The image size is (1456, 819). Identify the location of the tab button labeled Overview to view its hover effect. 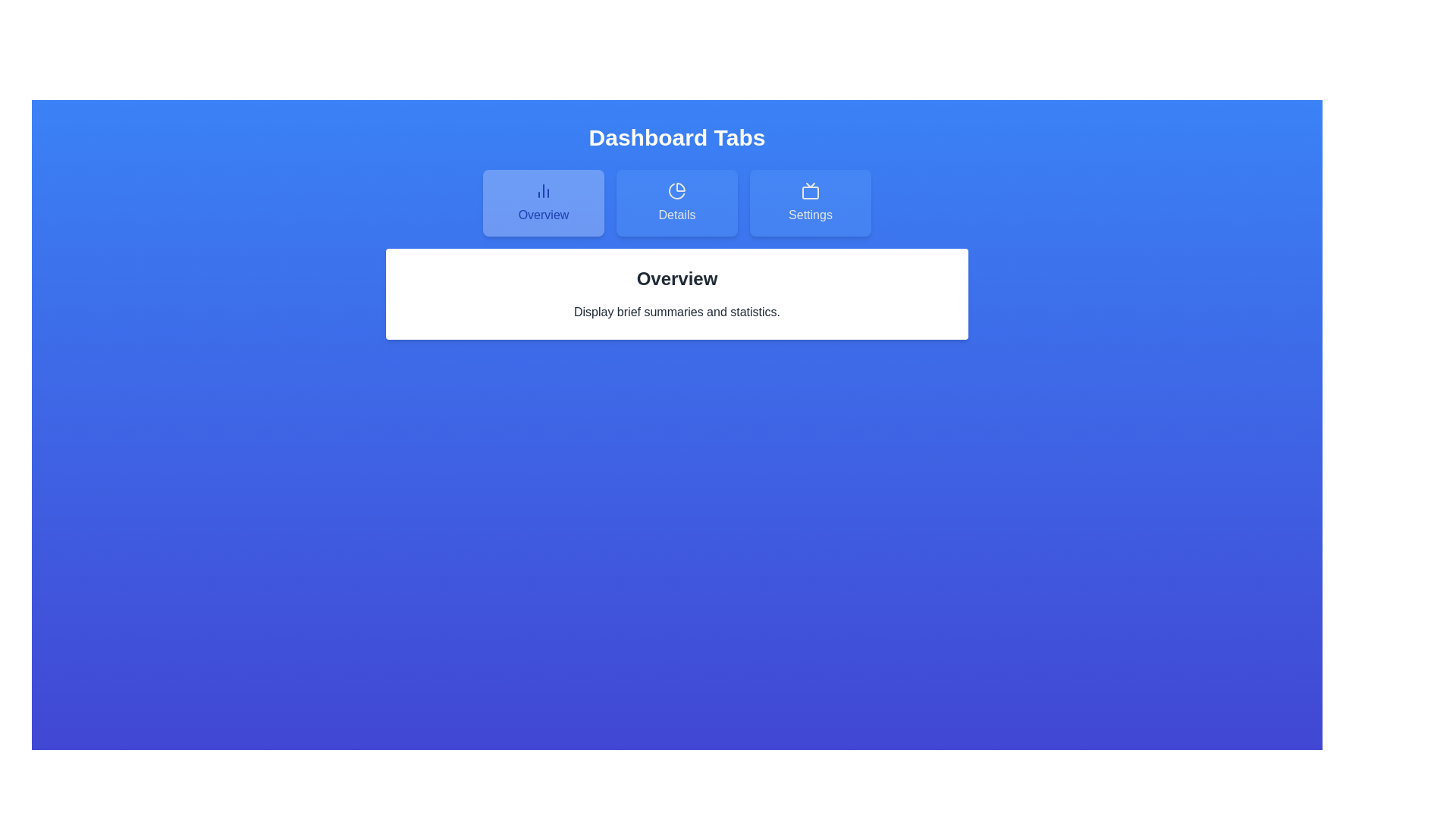
(543, 202).